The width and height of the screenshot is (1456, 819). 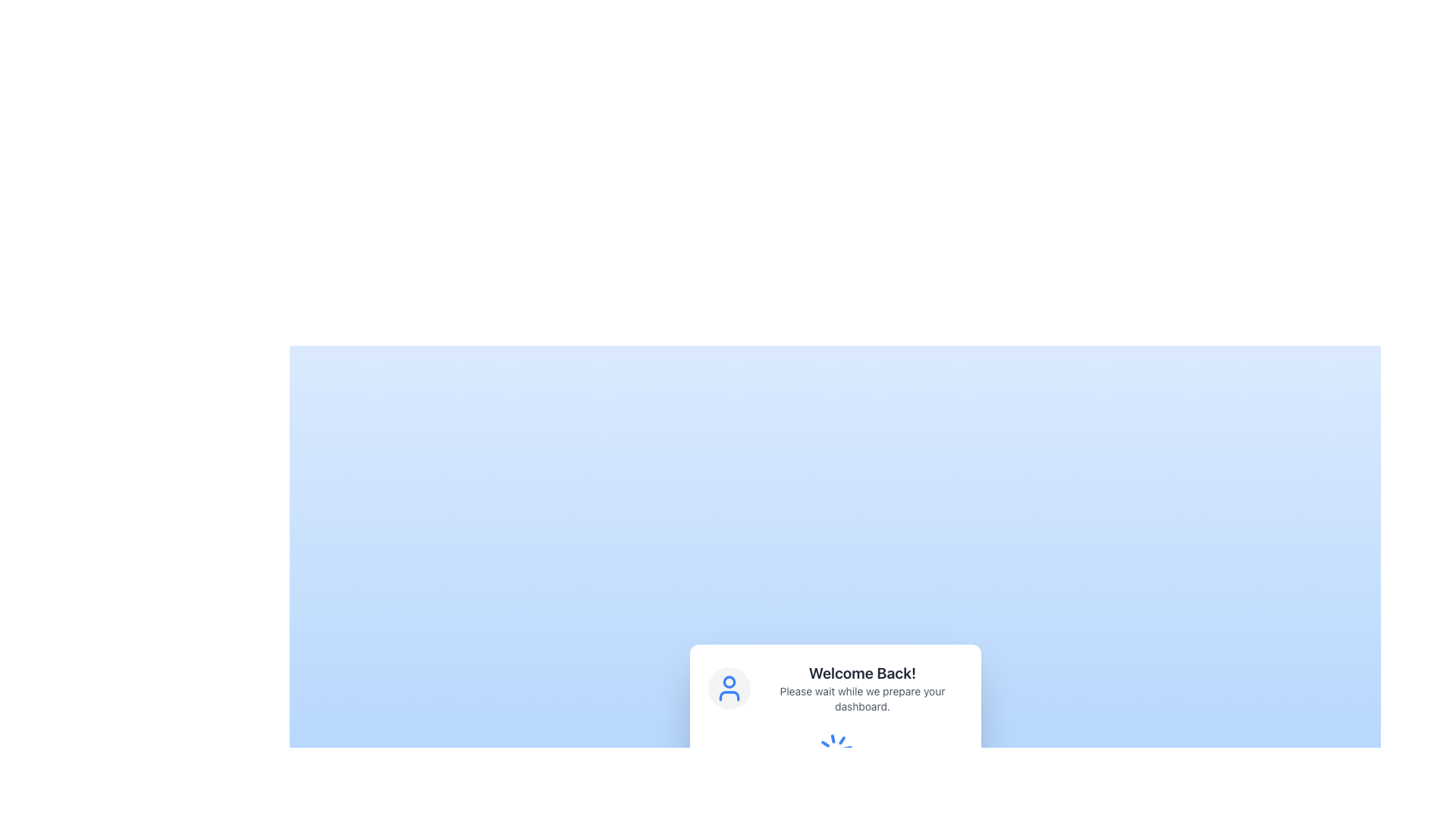 What do you see at coordinates (862, 688) in the screenshot?
I see `the text display element that shows 'Welcome Back!' and 'Please wait while we prepare your dashboard.'` at bounding box center [862, 688].